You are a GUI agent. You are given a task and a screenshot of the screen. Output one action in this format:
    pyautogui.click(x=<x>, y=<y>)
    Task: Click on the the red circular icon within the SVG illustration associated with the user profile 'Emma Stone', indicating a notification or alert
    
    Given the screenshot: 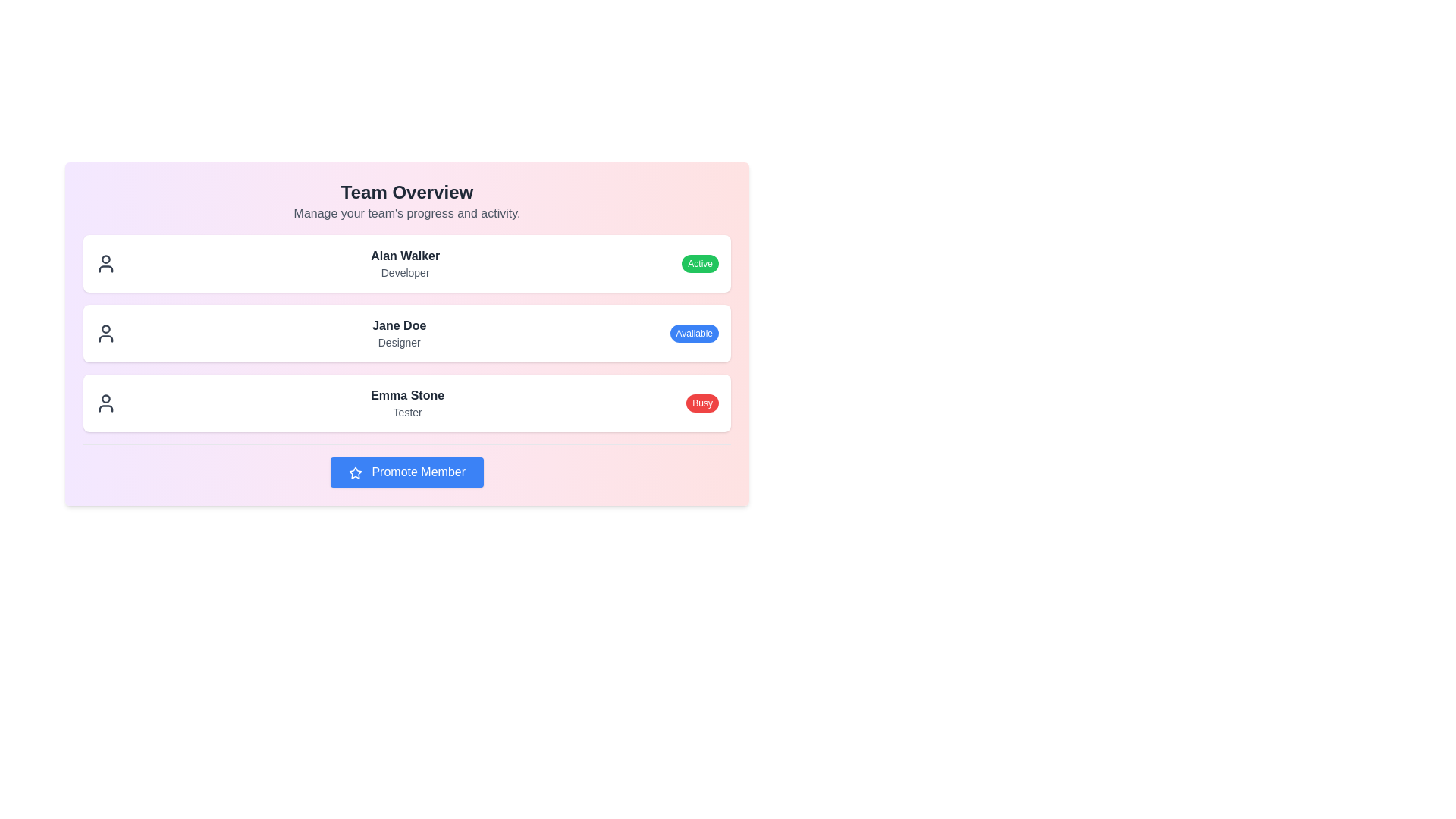 What is the action you would take?
    pyautogui.click(x=105, y=397)
    